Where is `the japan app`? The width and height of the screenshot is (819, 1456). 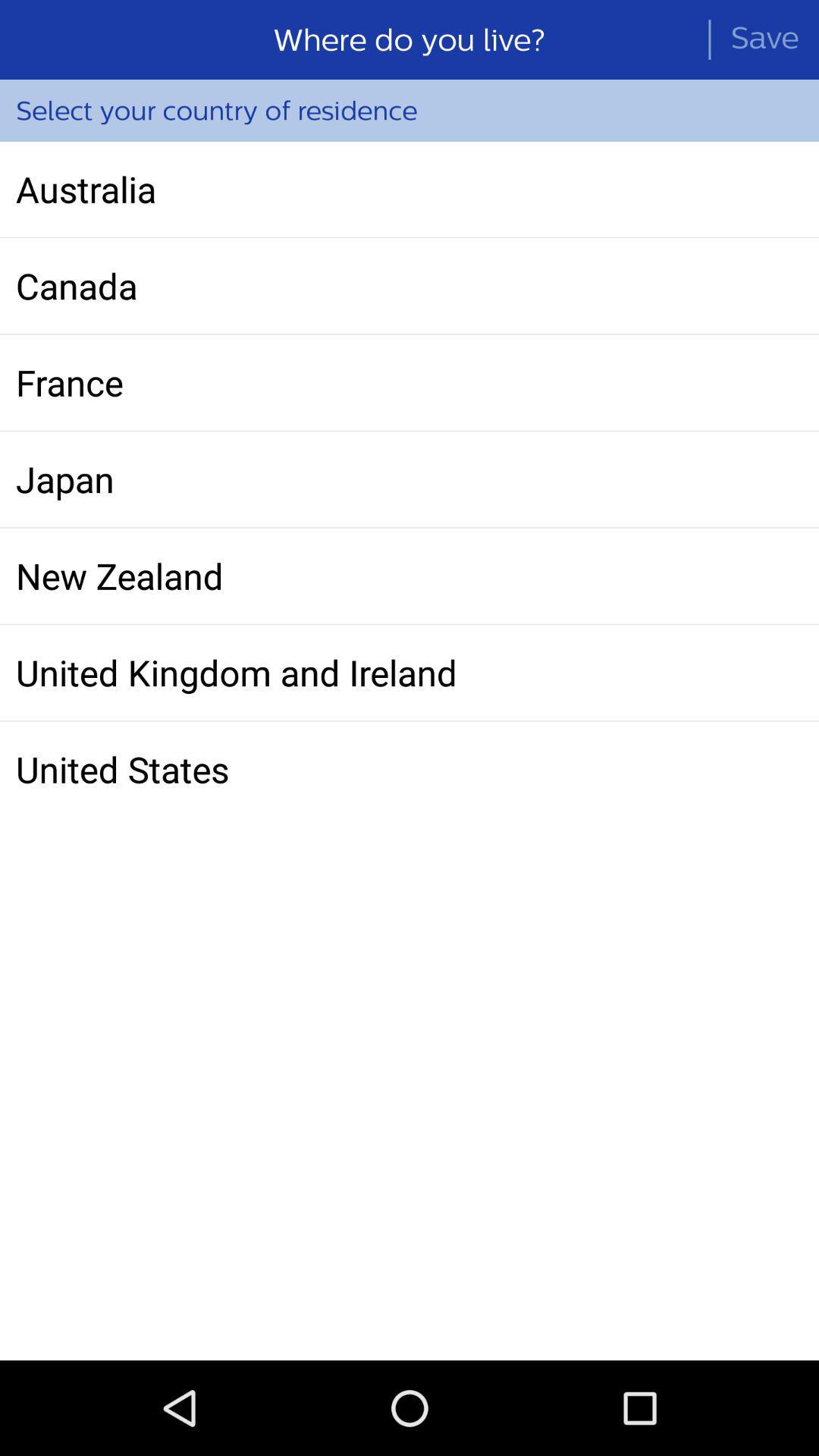 the japan app is located at coordinates (409, 479).